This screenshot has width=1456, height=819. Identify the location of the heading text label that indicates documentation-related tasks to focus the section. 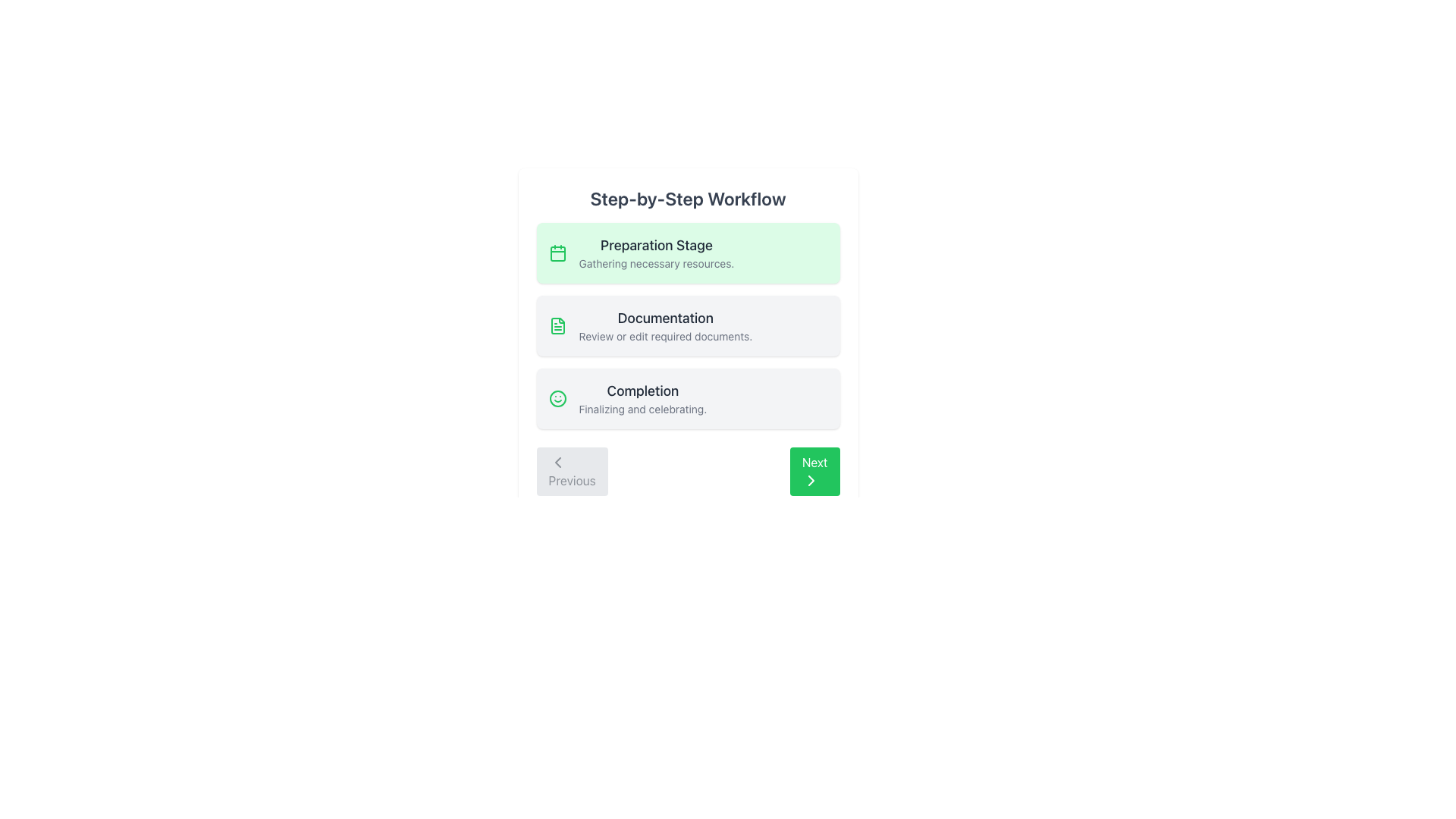
(665, 318).